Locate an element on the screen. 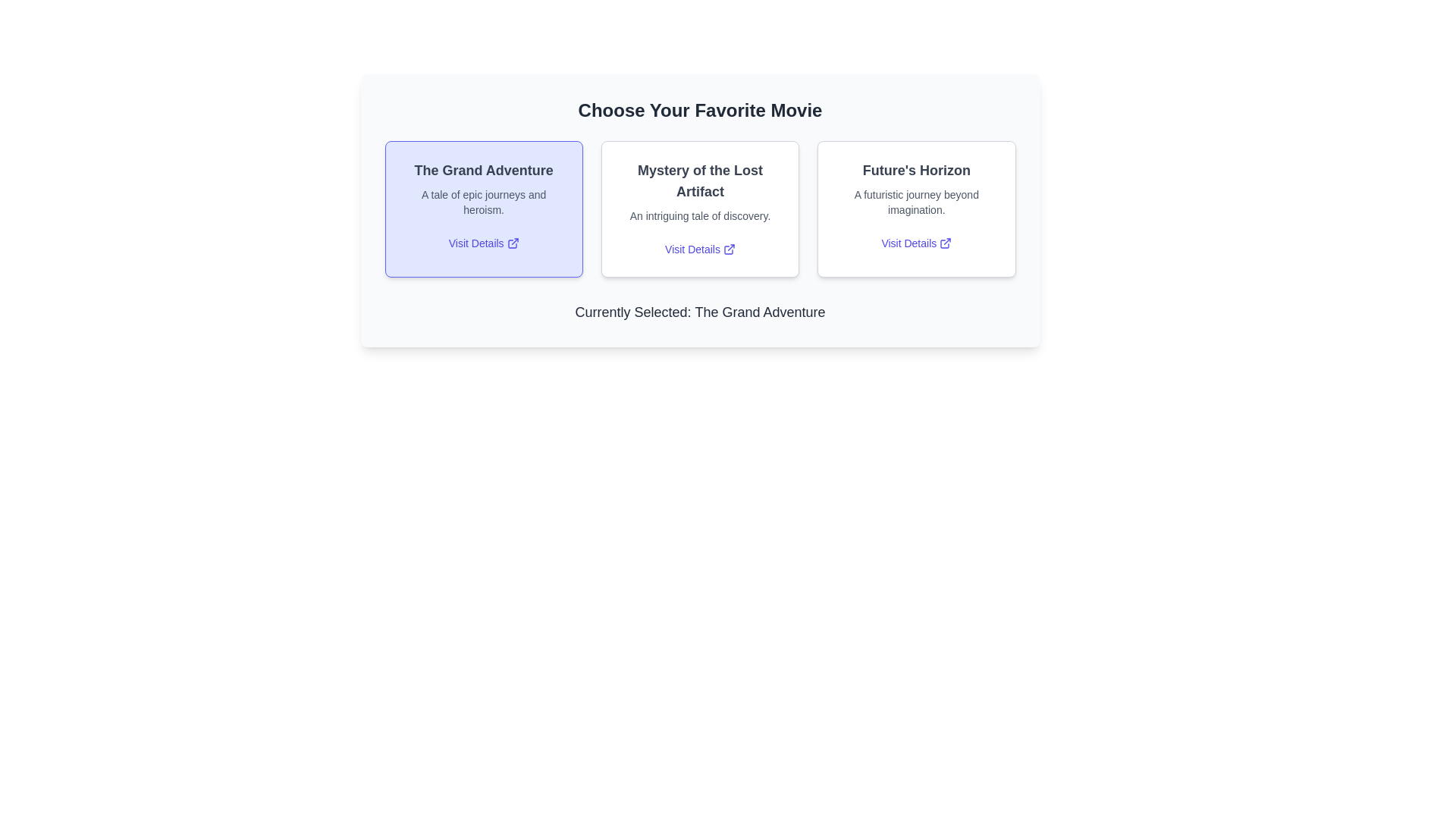 Image resolution: width=1456 pixels, height=819 pixels. the external link icon next to the text 'Visit Details' under the card titled 'Mystery of the Lost Artifact', which is located in the second of the three horizontally arranged movie cards is located at coordinates (729, 248).